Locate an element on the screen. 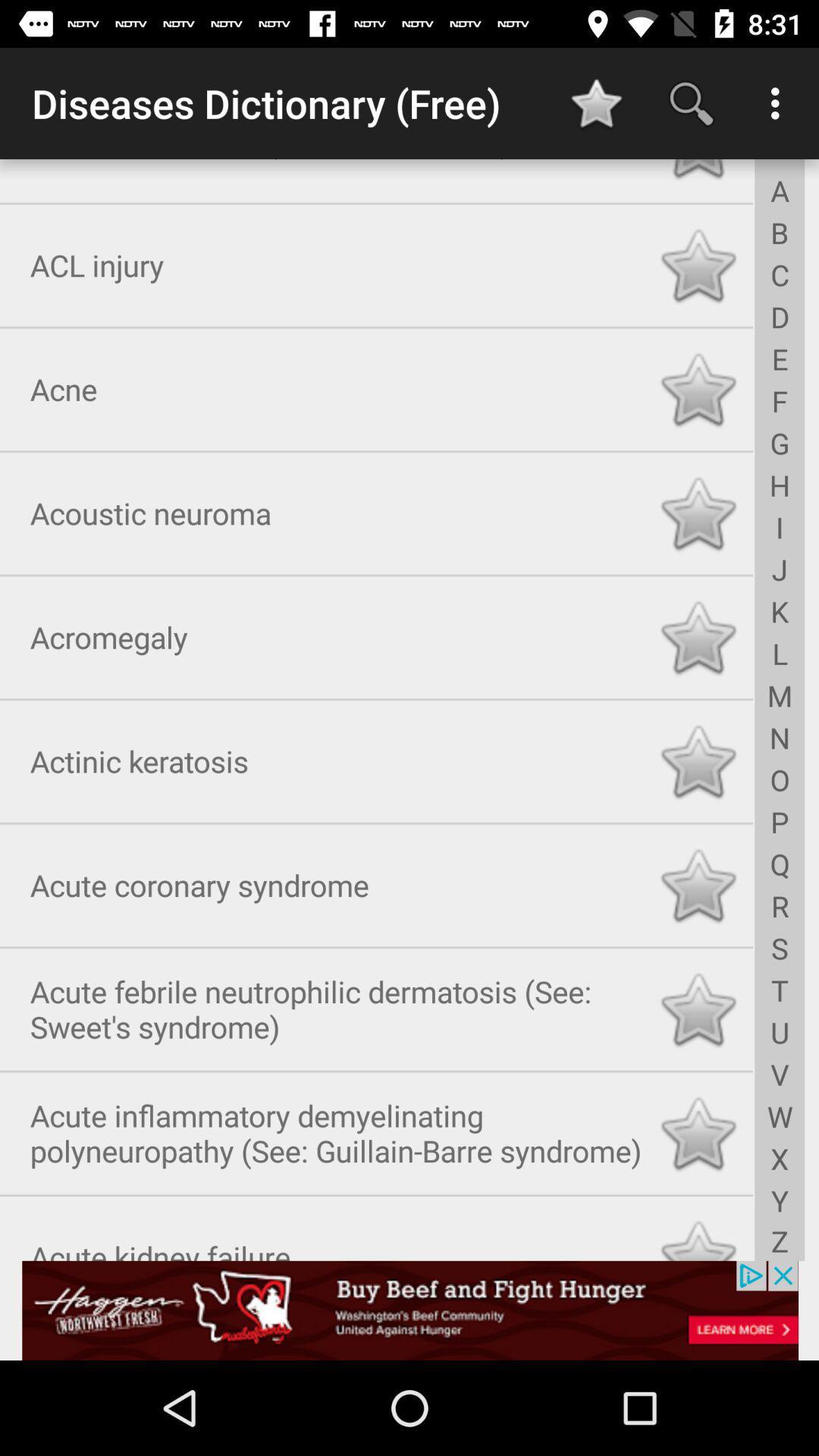 This screenshot has height=1456, width=819. like is located at coordinates (698, 262).